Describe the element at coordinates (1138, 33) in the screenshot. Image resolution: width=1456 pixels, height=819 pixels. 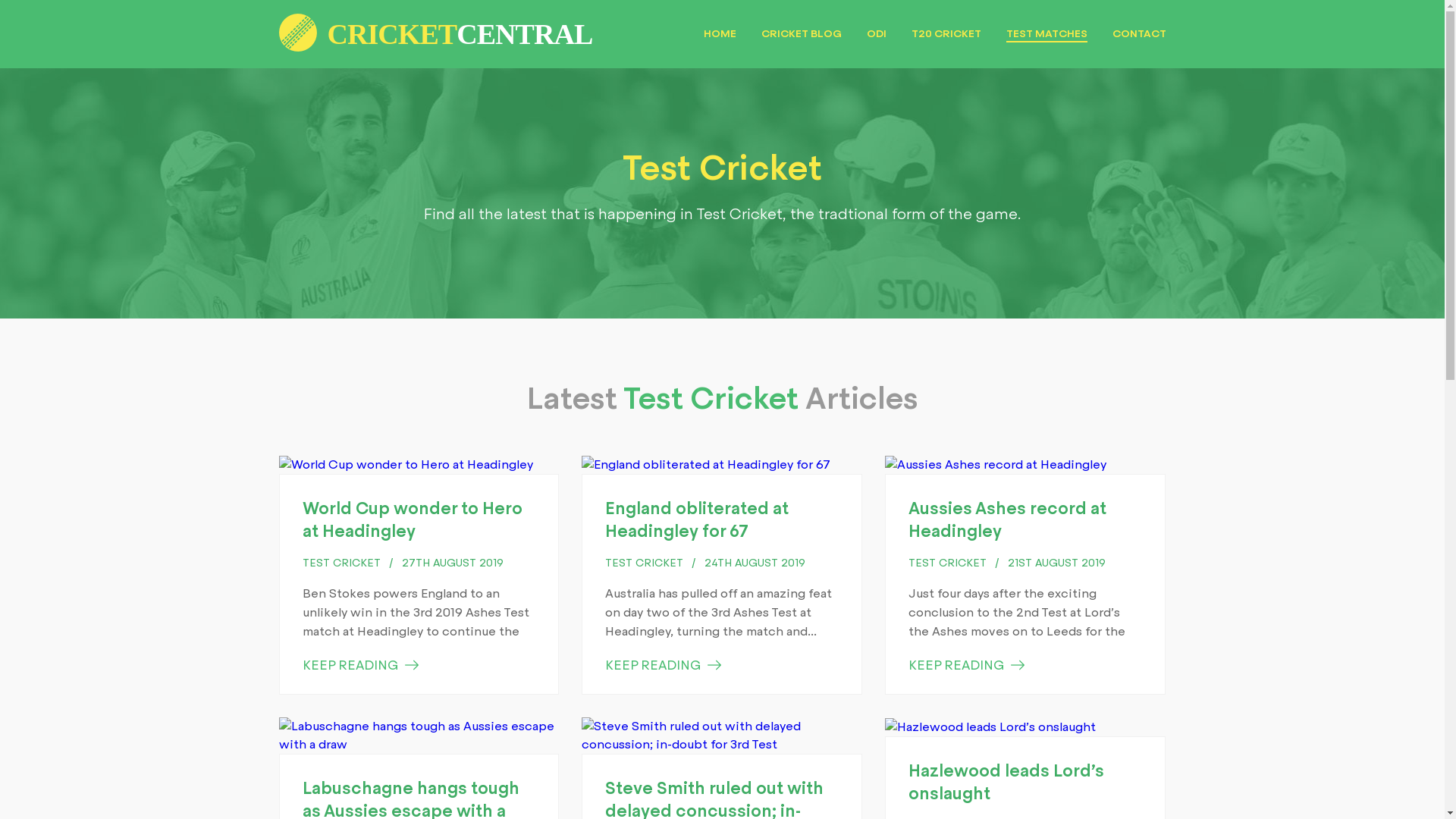
I see `'CONTACT'` at that location.